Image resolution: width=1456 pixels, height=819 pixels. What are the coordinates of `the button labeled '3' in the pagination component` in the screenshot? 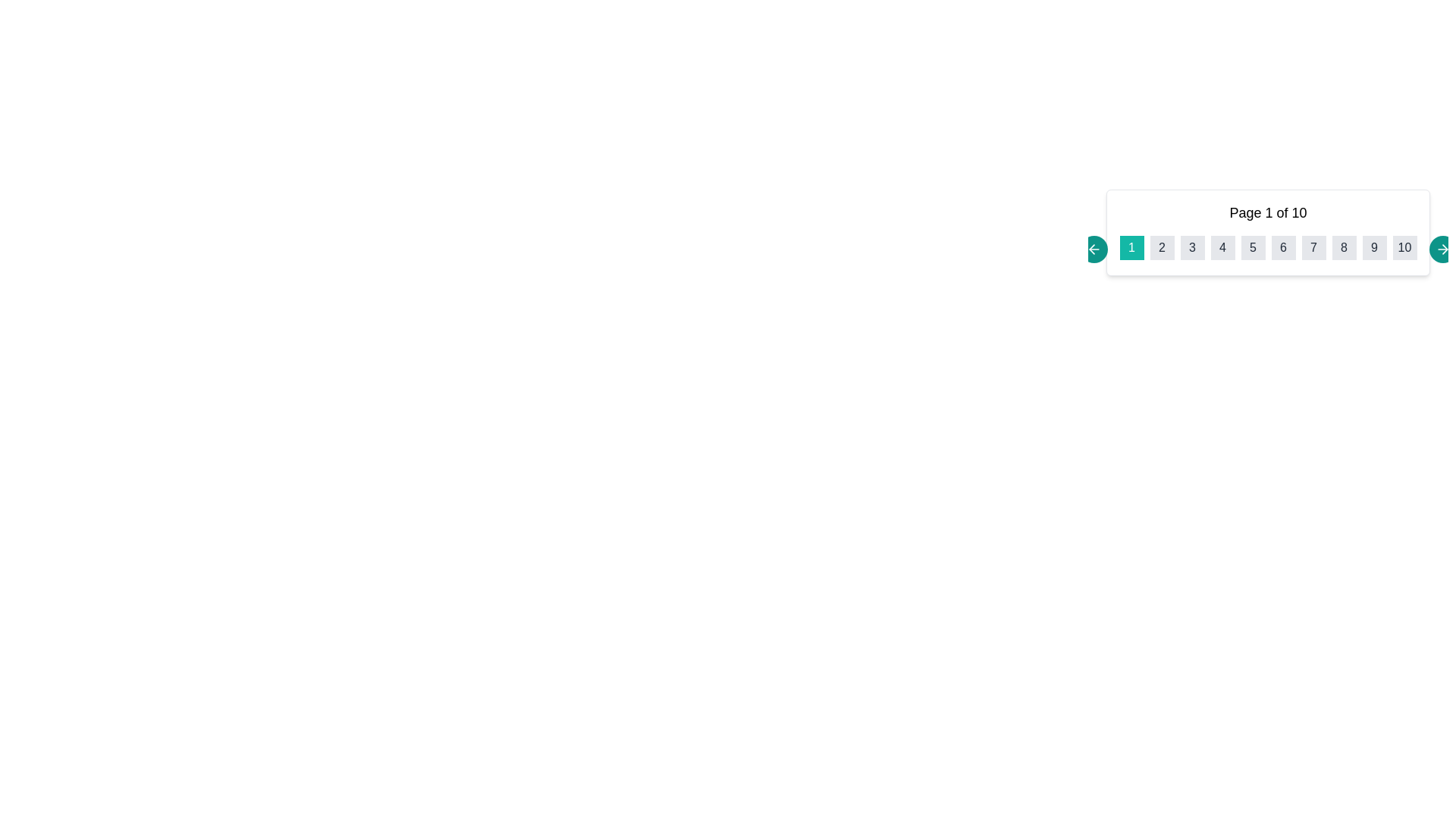 It's located at (1191, 247).